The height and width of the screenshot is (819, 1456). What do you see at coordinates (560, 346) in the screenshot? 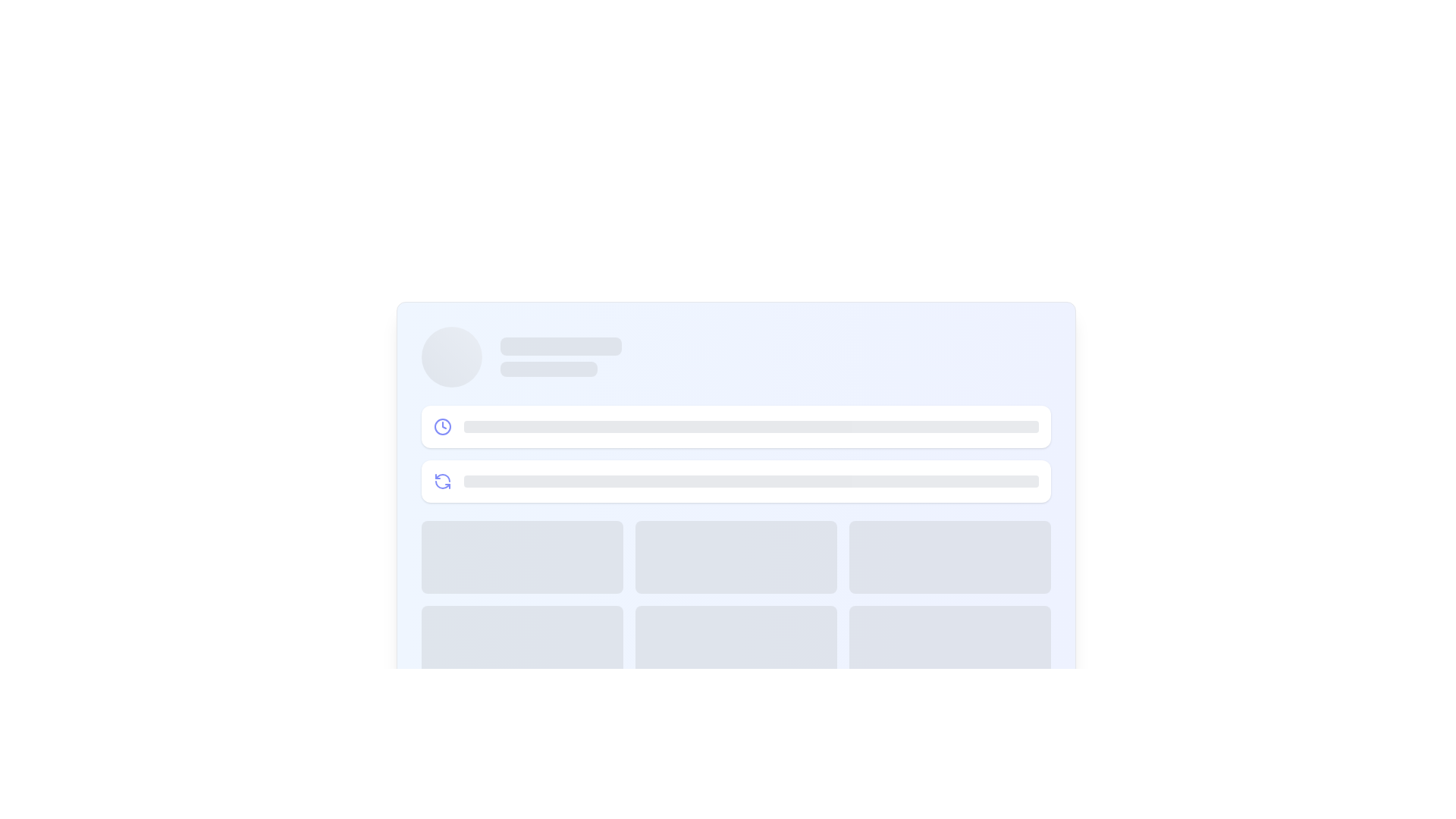
I see `the Loading placeholder, which is a rectangular element with rounded corners, styled in gray and featuring a pulse animation, positioned at the top of a vertically stacked group of placeholders` at bounding box center [560, 346].